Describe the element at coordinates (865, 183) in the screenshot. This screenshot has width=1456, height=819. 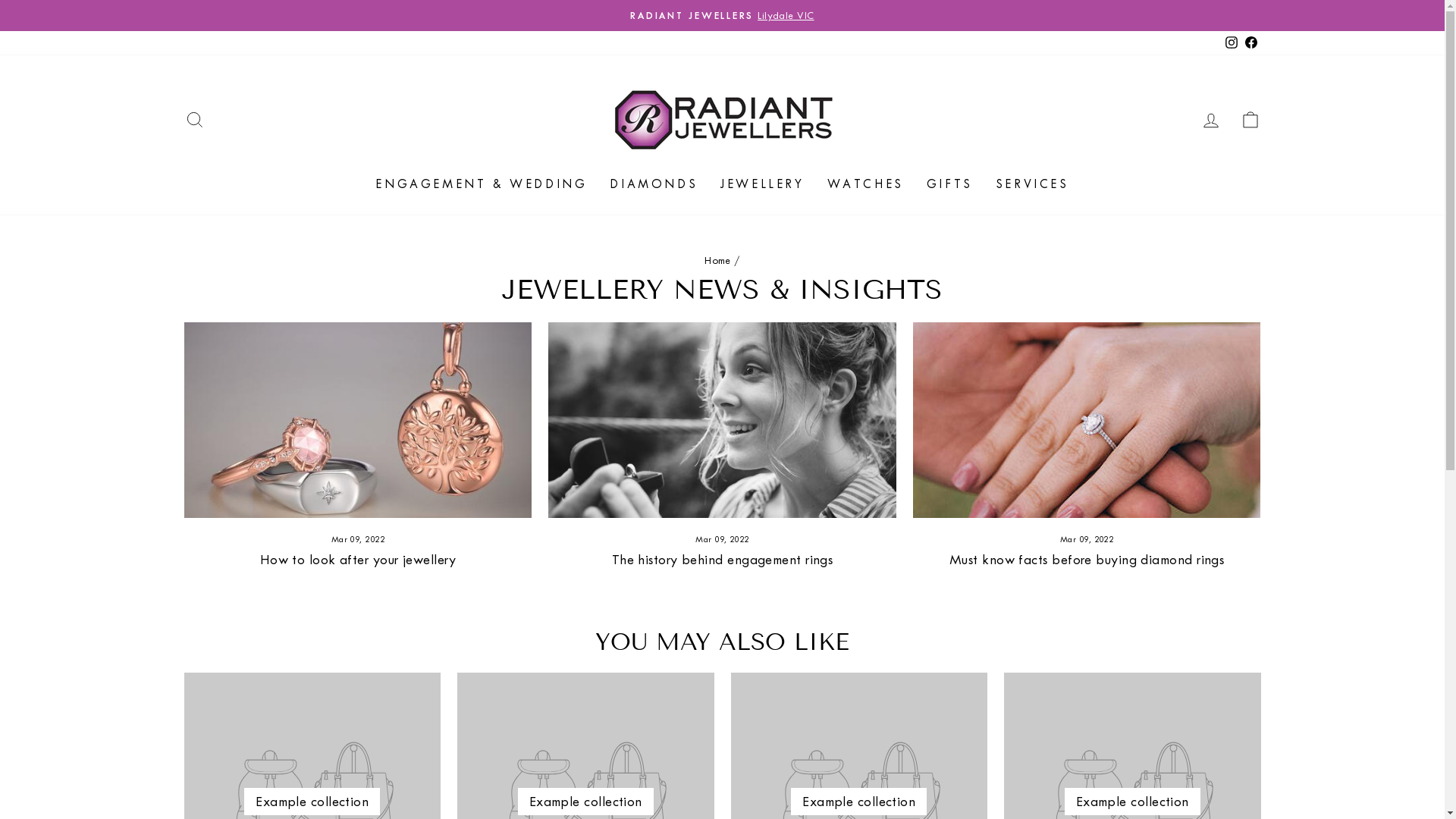
I see `'WATCHES'` at that location.